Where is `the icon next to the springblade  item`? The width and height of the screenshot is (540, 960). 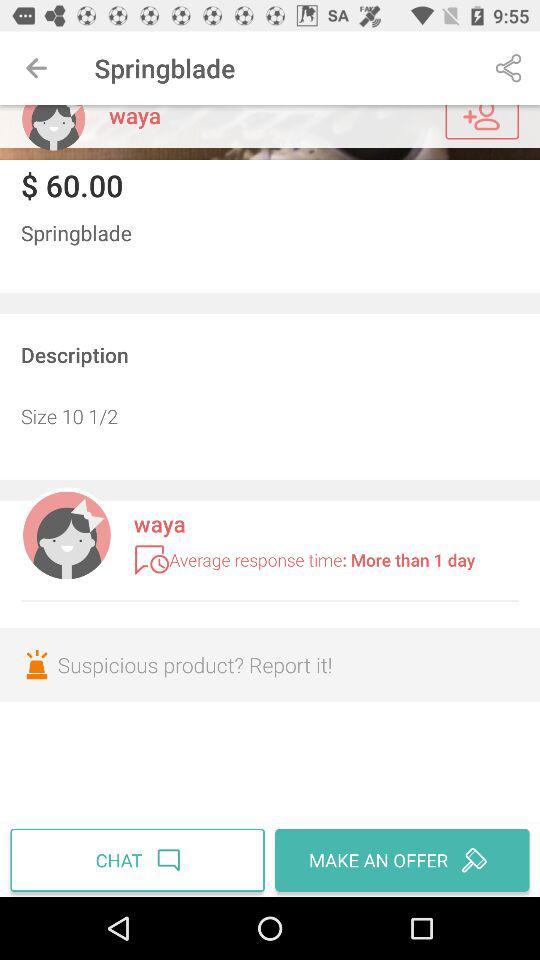 the icon next to the springblade  item is located at coordinates (36, 68).